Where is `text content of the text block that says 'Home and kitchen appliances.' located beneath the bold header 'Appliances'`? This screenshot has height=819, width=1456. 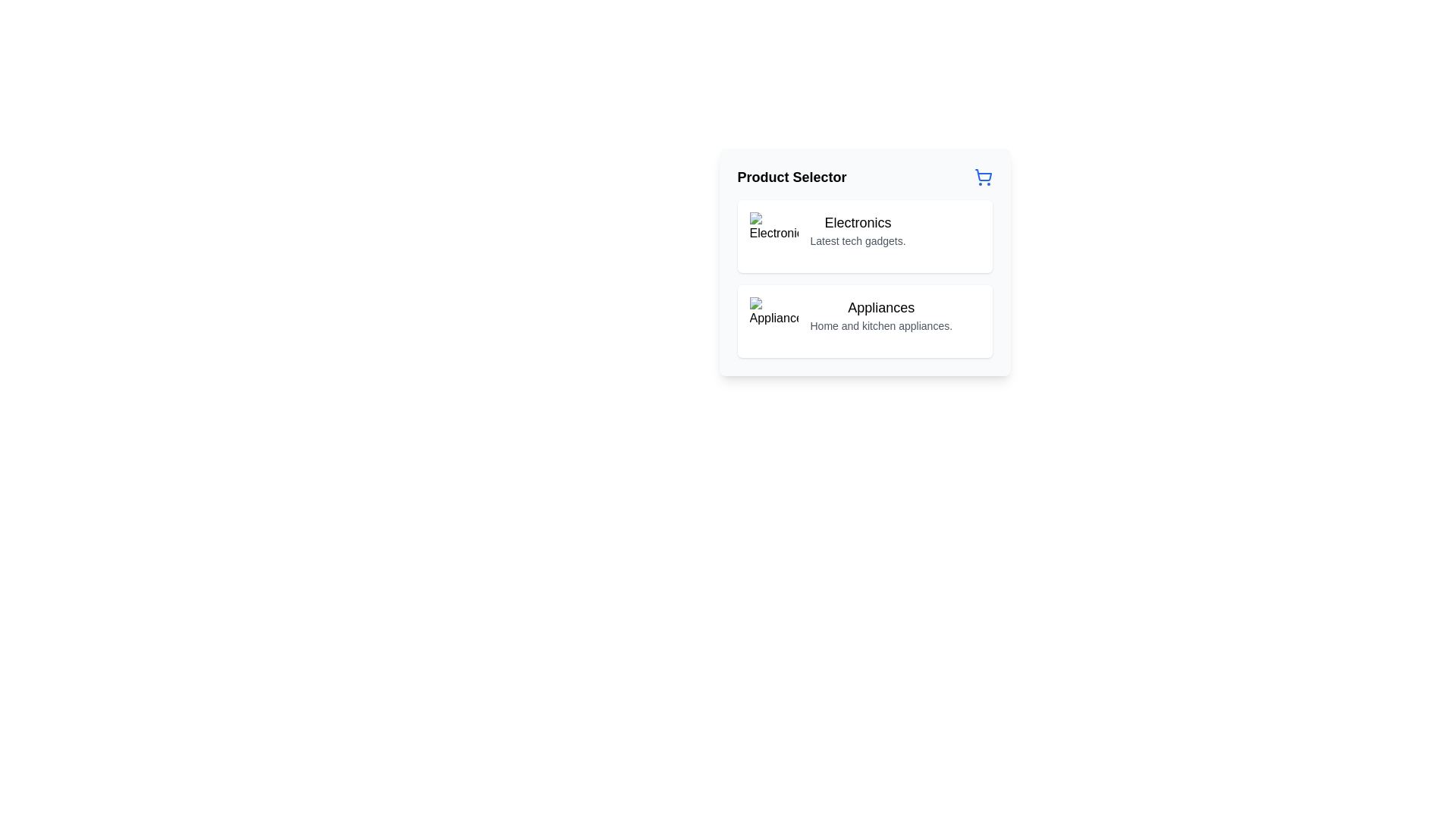 text content of the text block that says 'Home and kitchen appliances.' located beneath the bold header 'Appliances' is located at coordinates (881, 325).